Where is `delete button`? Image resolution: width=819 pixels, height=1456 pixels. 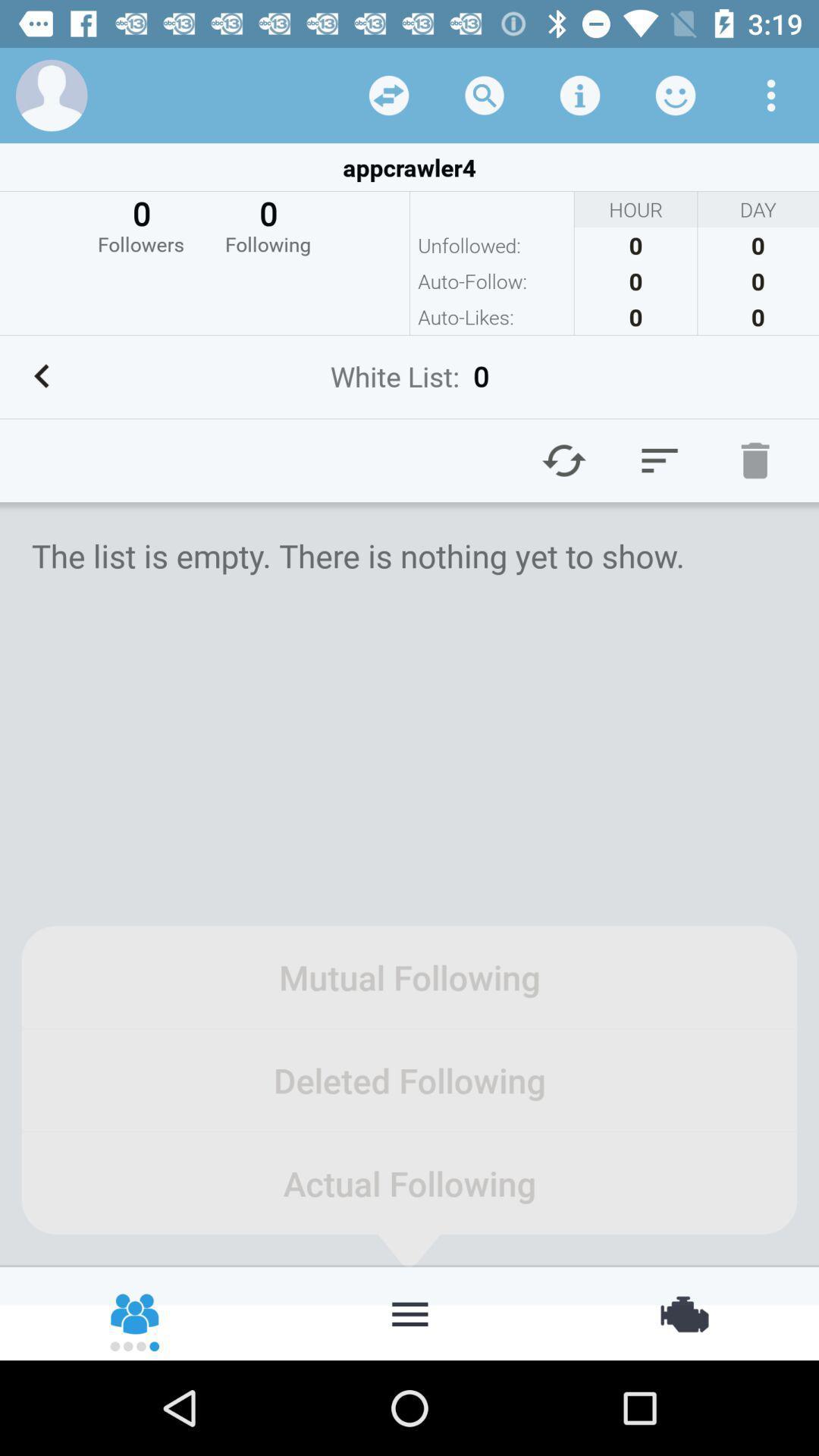 delete button is located at coordinates (755, 460).